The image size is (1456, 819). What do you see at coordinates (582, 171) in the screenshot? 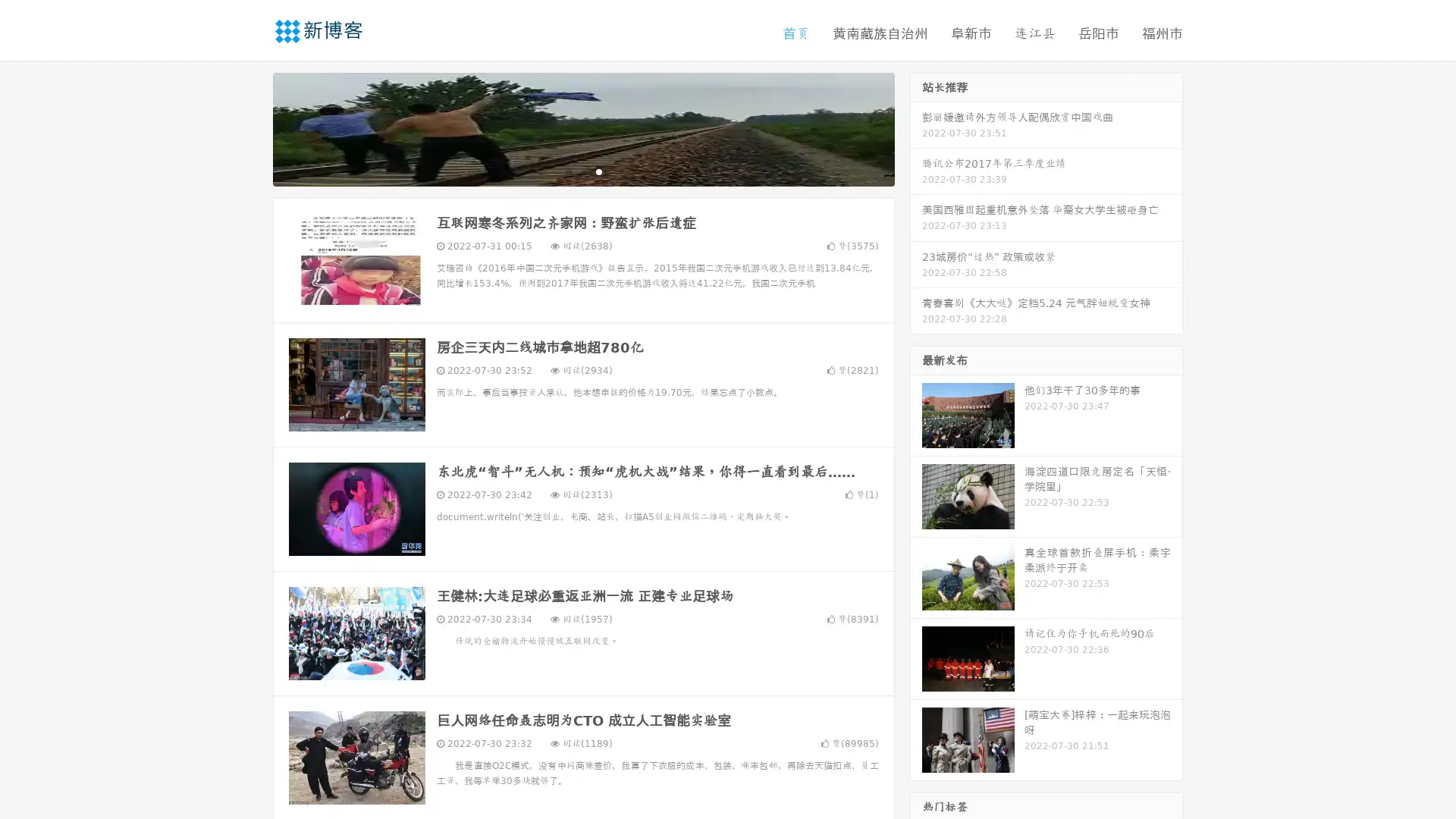
I see `Go to slide 2` at bounding box center [582, 171].